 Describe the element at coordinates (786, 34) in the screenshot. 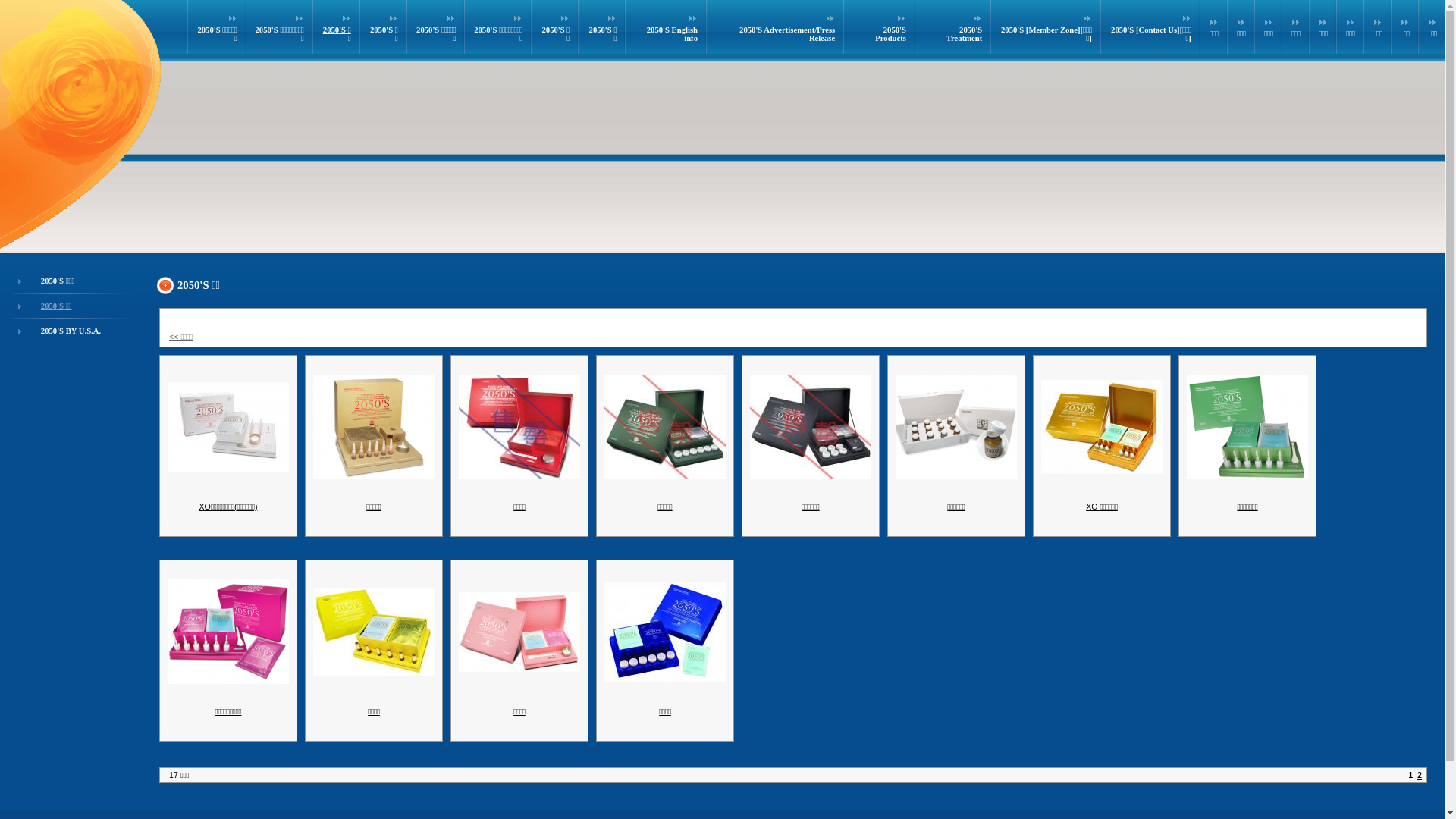

I see `'2050'S Advertisement/Press Release'` at that location.